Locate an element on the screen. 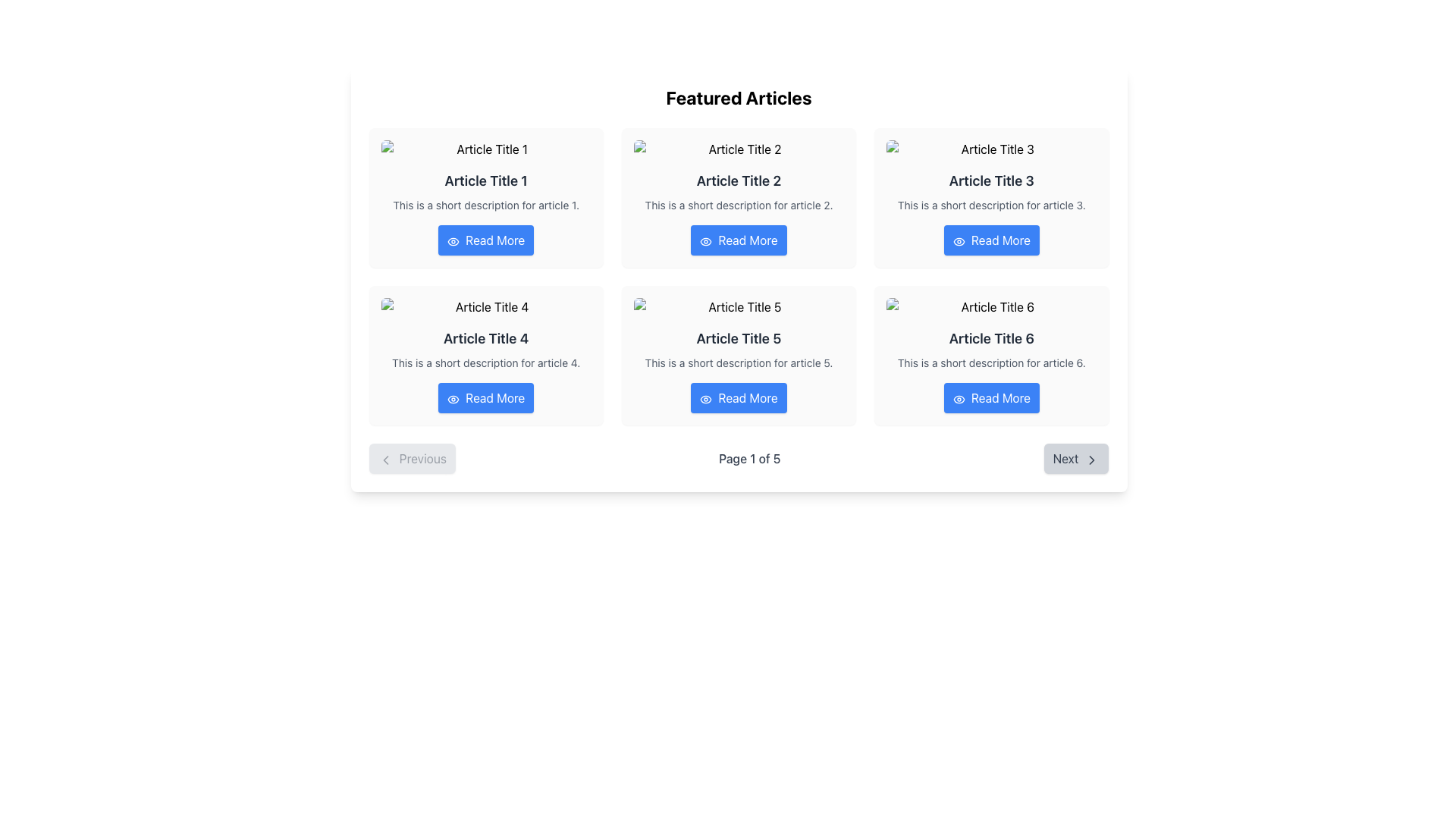 This screenshot has height=819, width=1456. the 'Previous' button, which is styled with a light gray background and contains the text 'Previous' with a left-pointing chevron icon, located at the bottom center of the interface is located at coordinates (412, 458).